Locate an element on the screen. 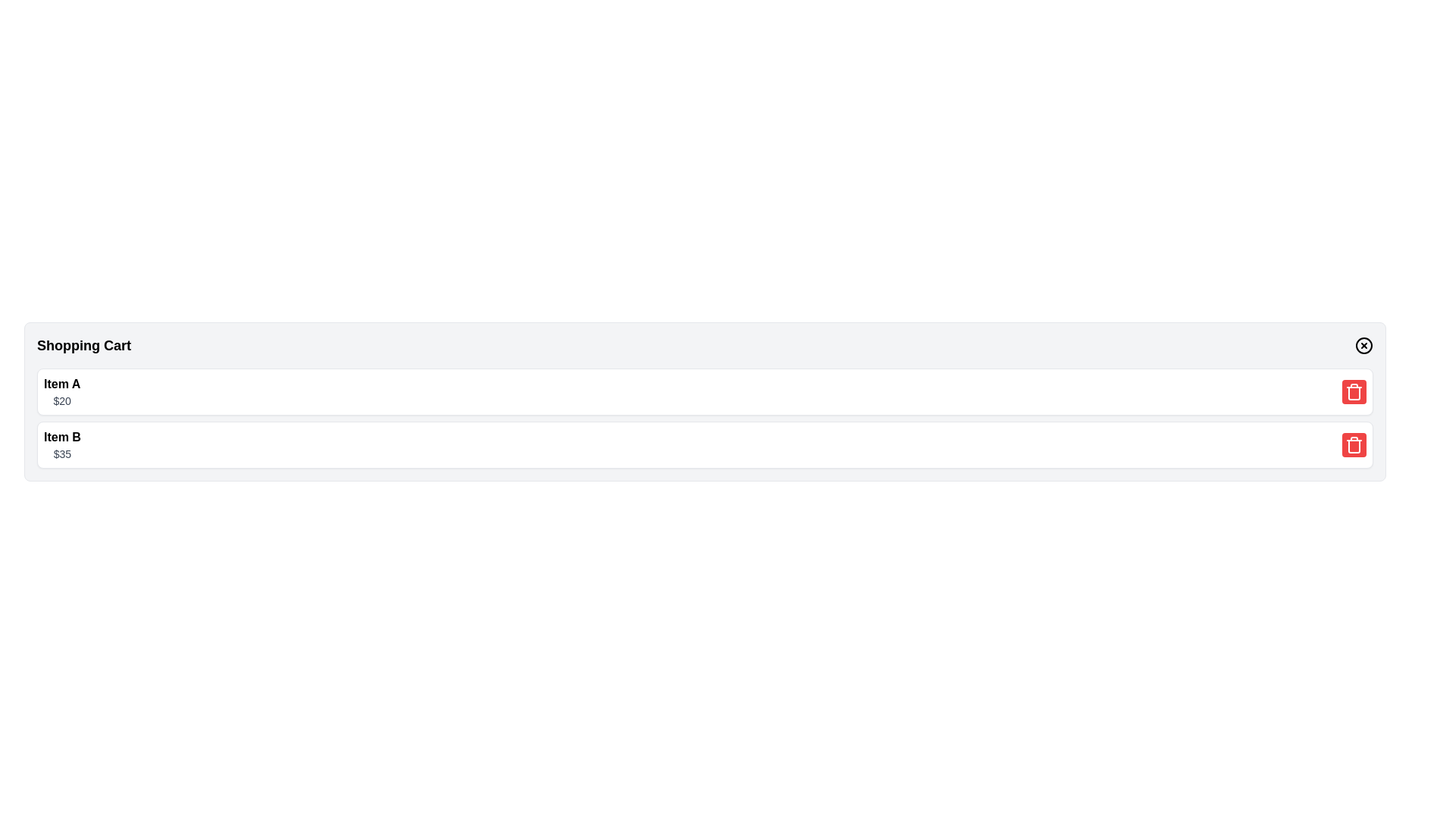 The height and width of the screenshot is (819, 1456). text from the text label that displays '$35', which is styled in a smaller gray font and located below the 'Item B' label in the shopping cart is located at coordinates (61, 453).